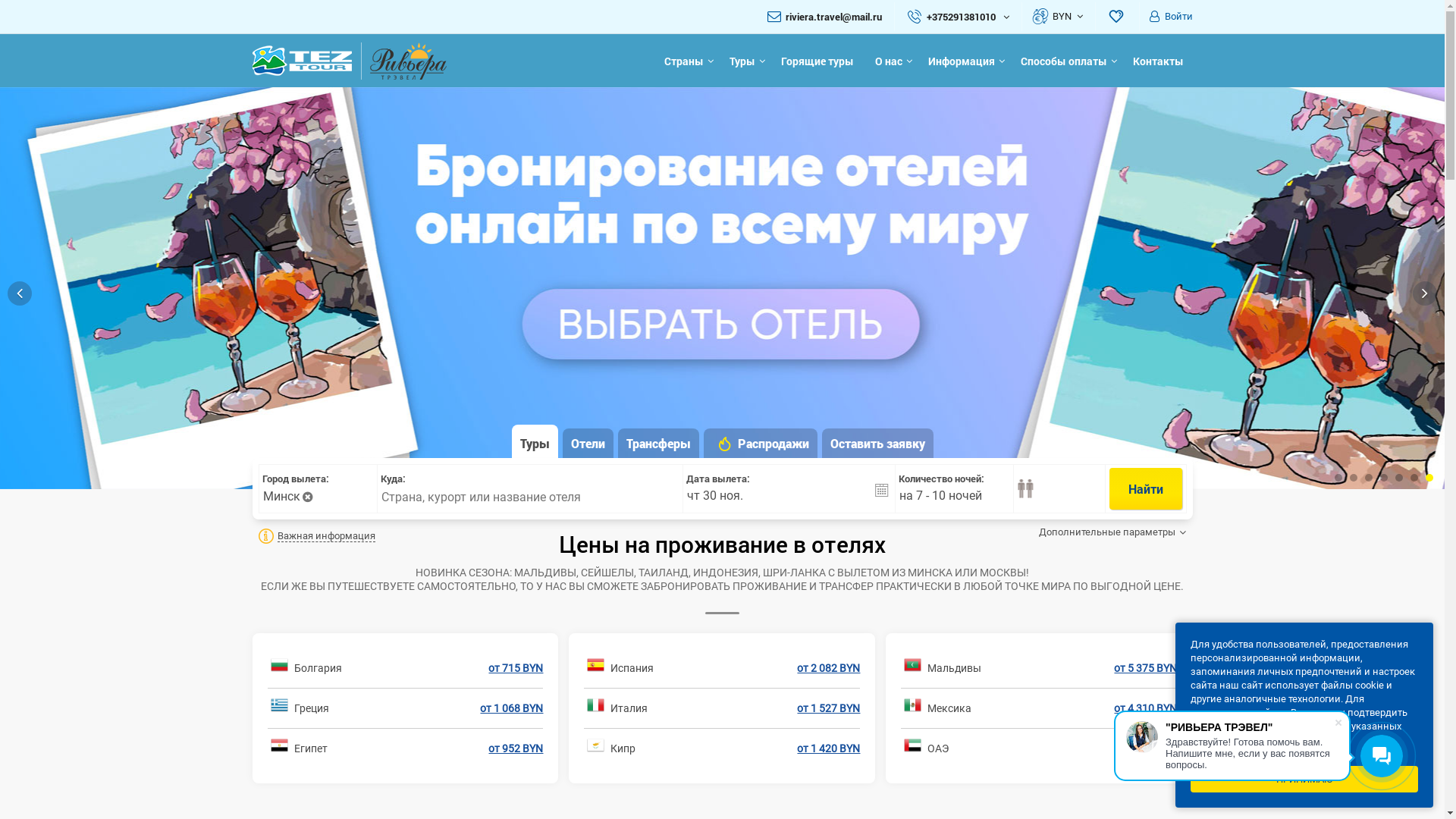 This screenshot has width=1456, height=819. I want to click on '6', so click(1410, 476).